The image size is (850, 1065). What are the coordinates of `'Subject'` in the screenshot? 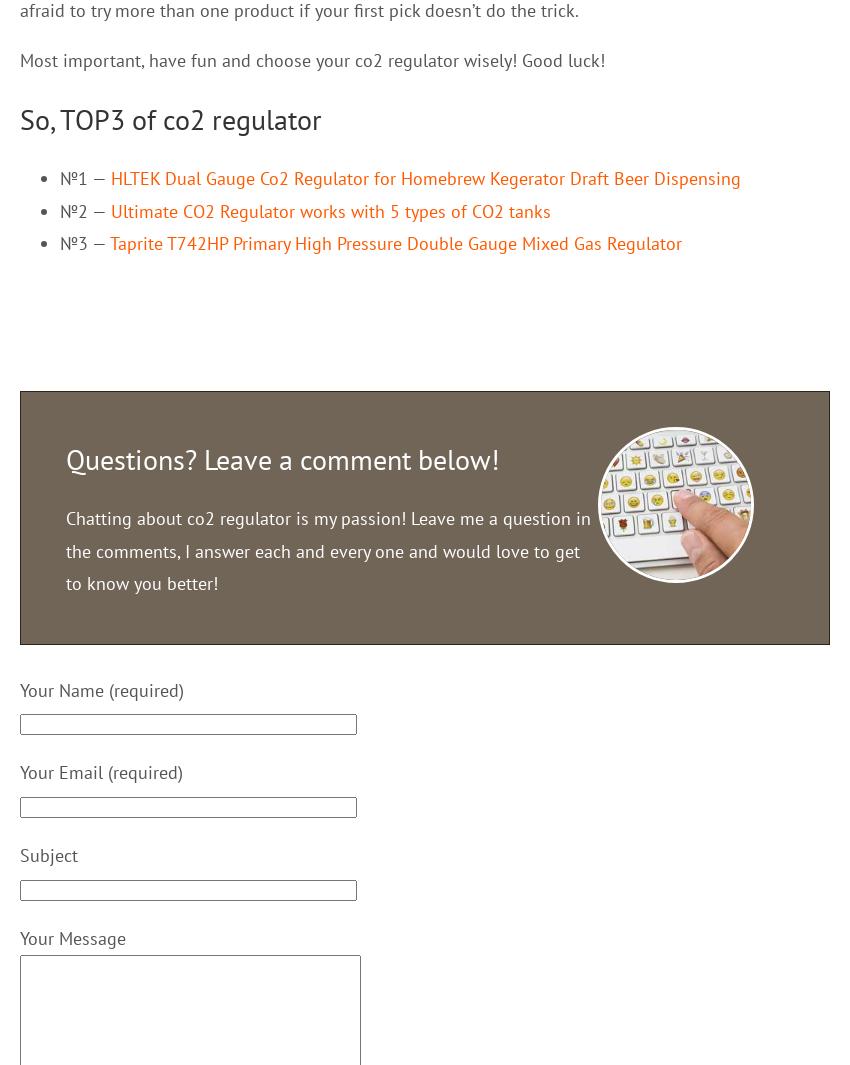 It's located at (48, 855).